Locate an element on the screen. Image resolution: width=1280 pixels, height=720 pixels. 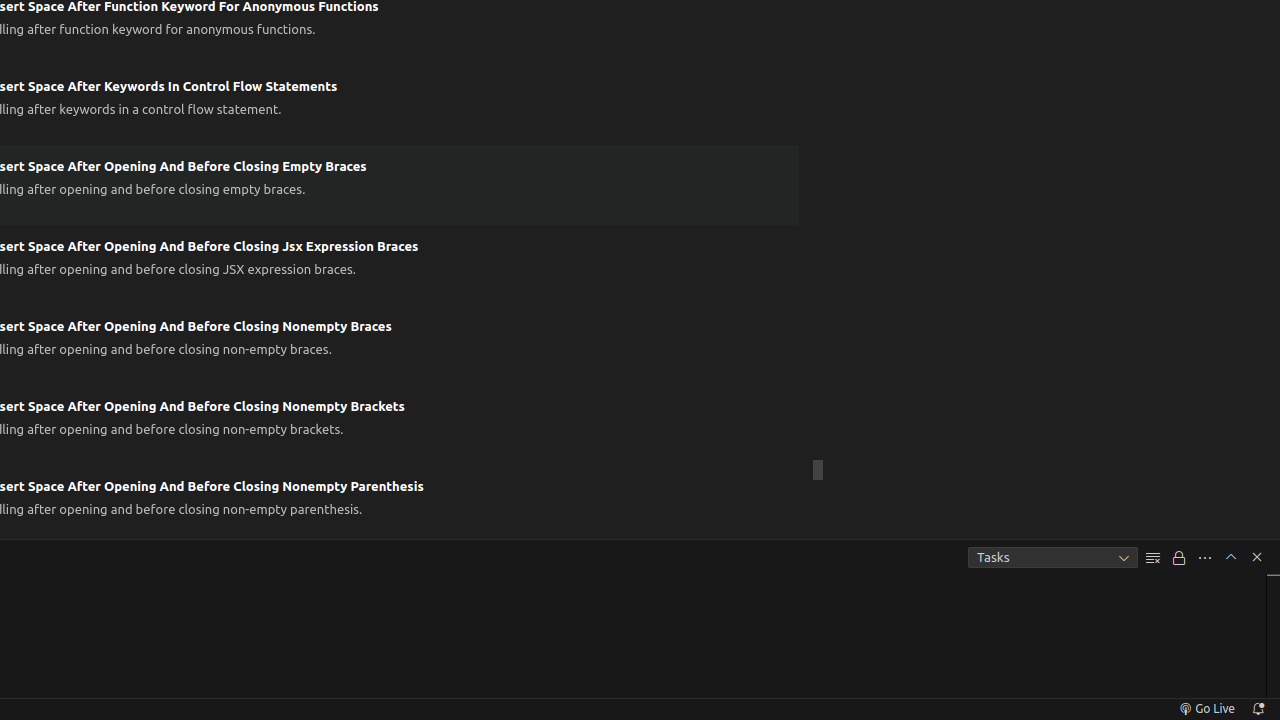
'broadcast Go Live, Click to run live server' is located at coordinates (1205, 707).